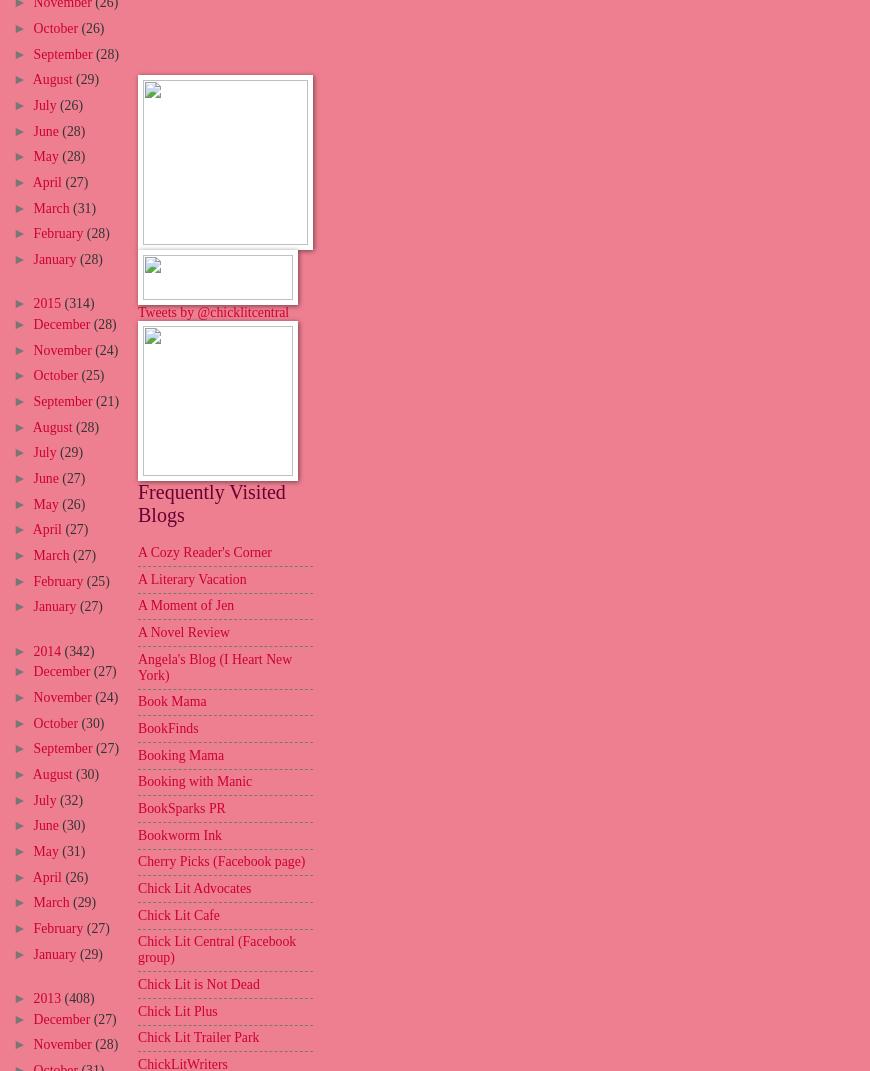 The image size is (870, 1071). What do you see at coordinates (136, 780) in the screenshot?
I see `'Booking with Manic'` at bounding box center [136, 780].